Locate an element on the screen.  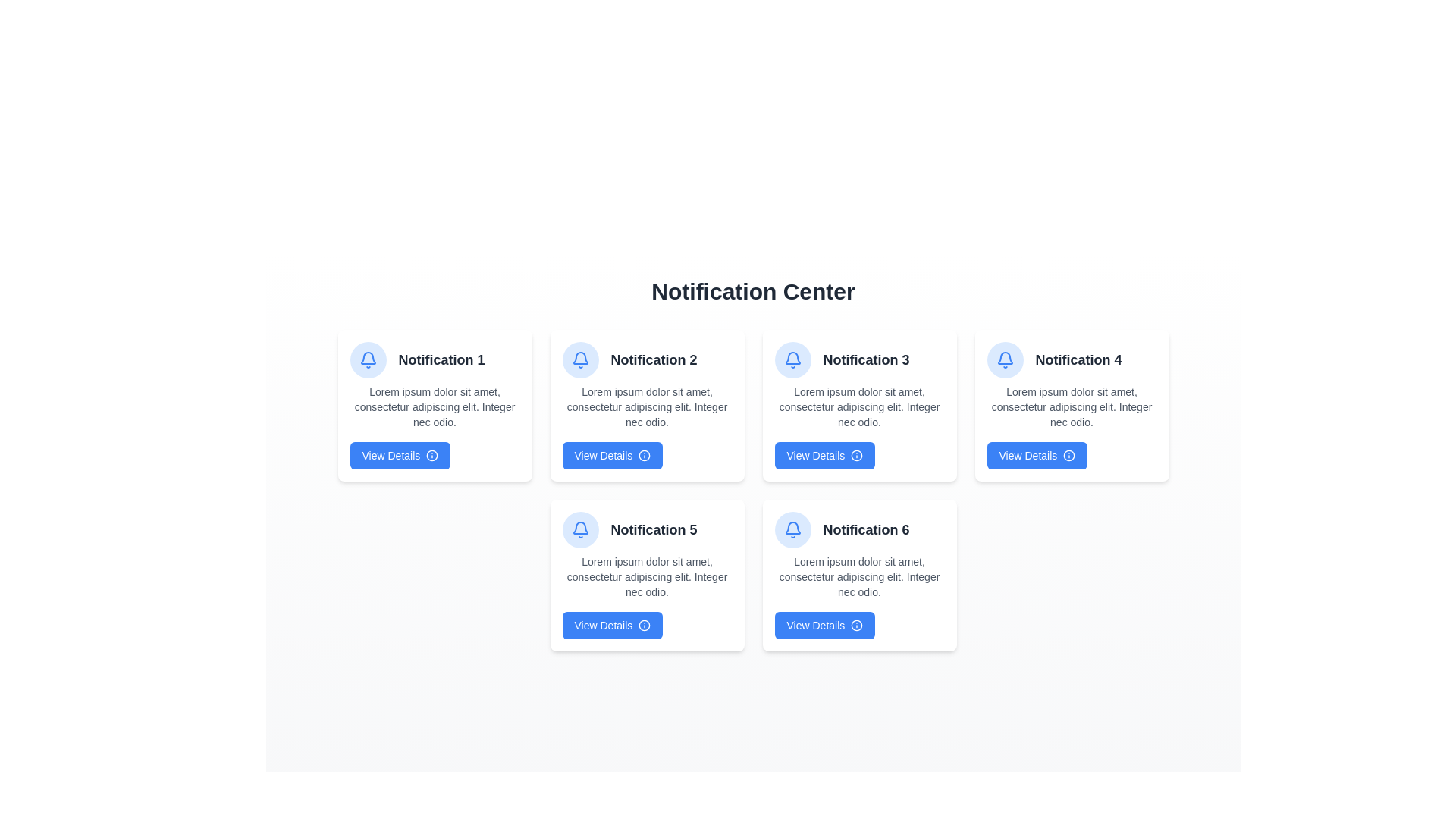
the blue notification bell icon located at the top-left corner of the 'Notification 1' card is located at coordinates (792, 359).